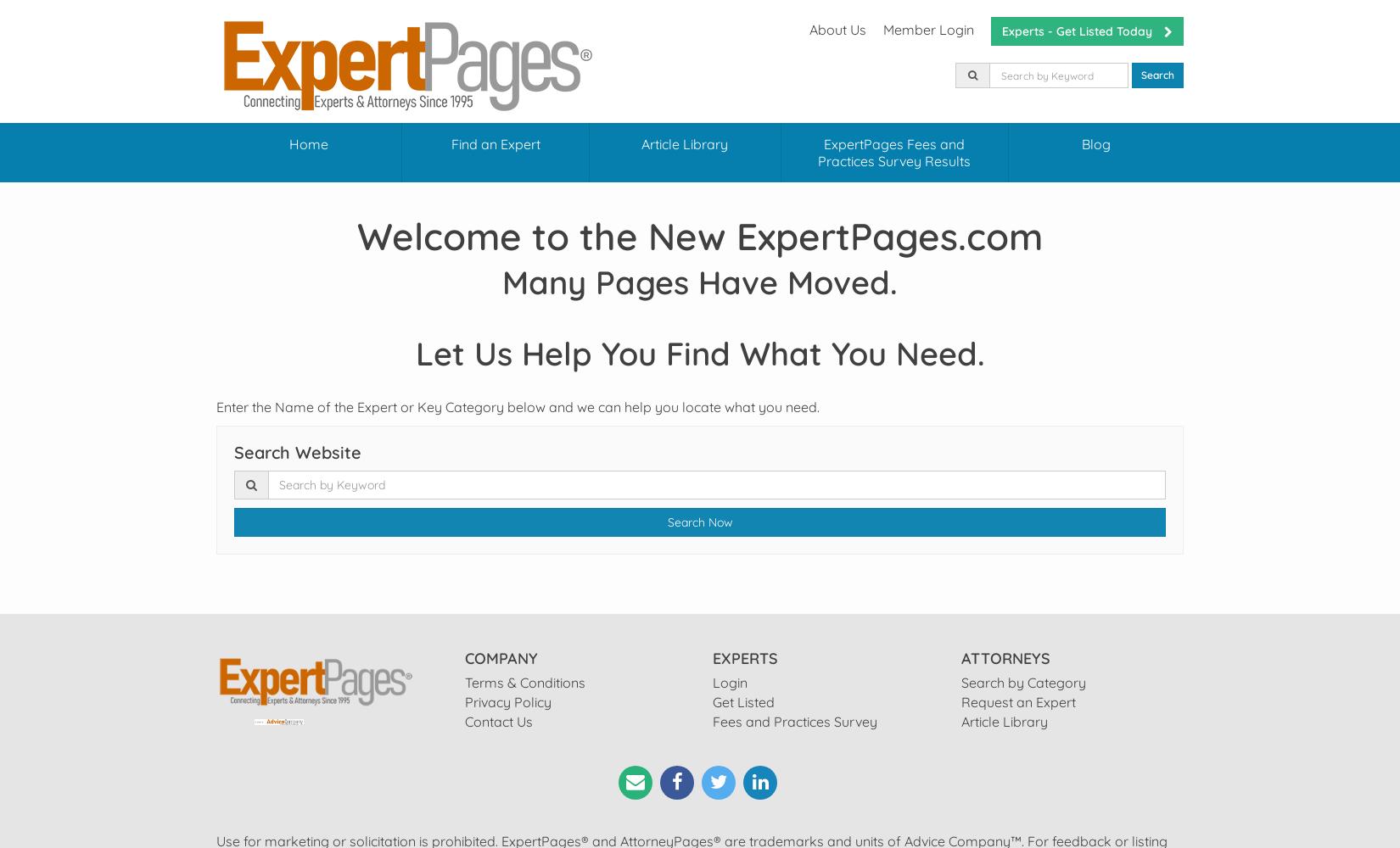  I want to click on 'Login', so click(730, 683).